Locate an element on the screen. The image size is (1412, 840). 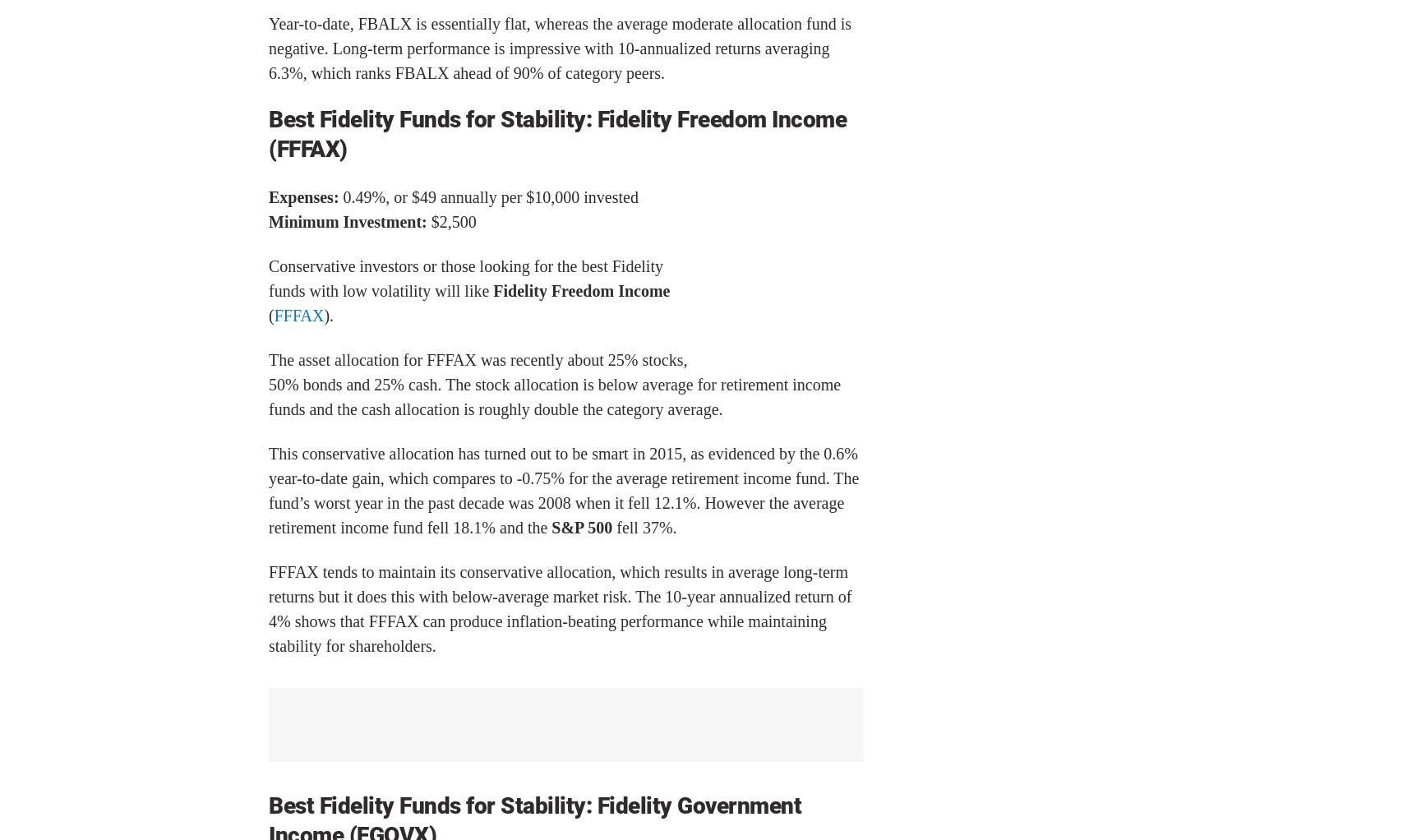
'Conservative investors or those looking for the best Fidelity funds with low volatility will like' is located at coordinates (268, 277).